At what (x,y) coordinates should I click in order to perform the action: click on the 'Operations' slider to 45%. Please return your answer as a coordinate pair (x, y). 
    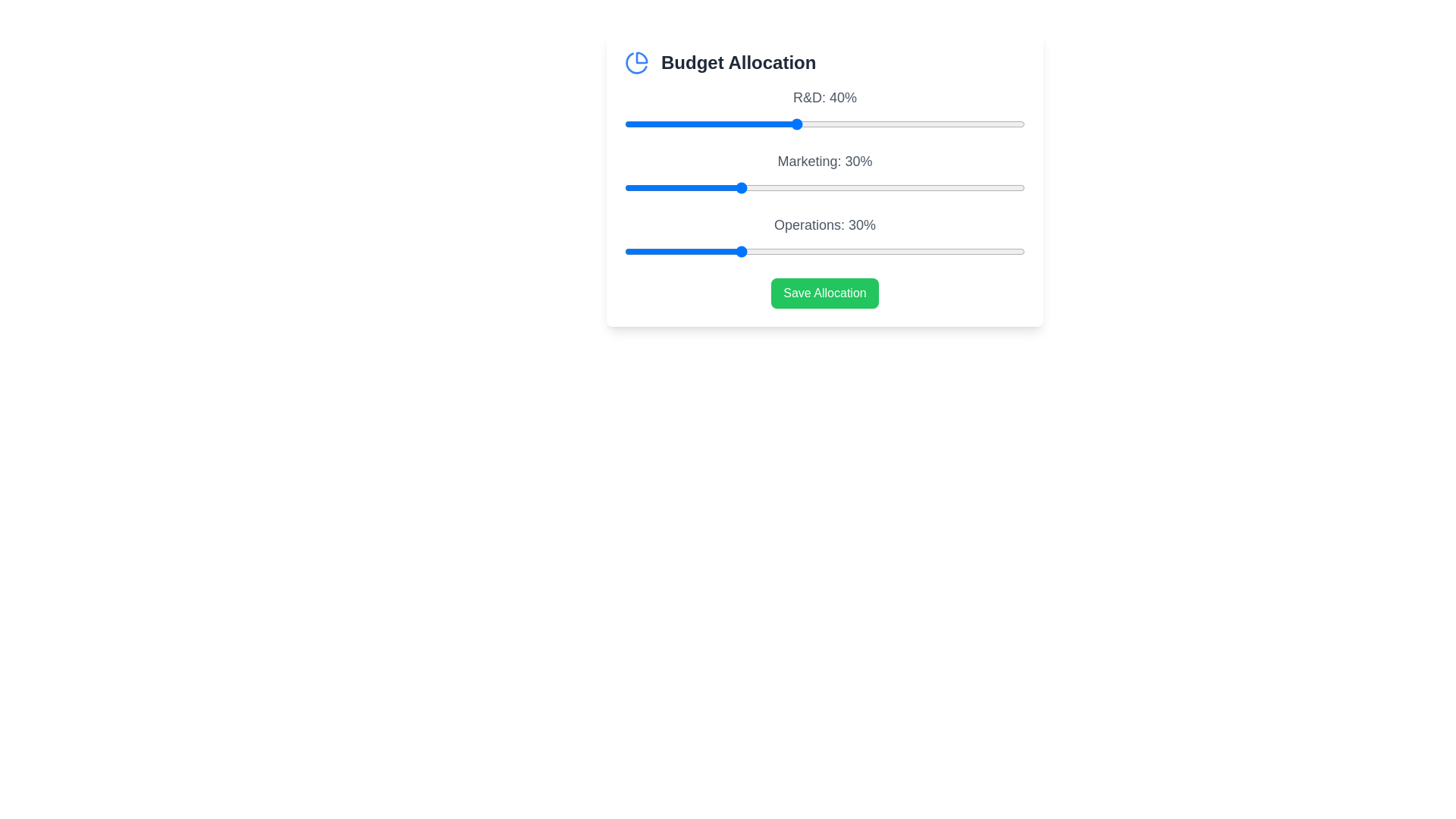
    Looking at the image, I should click on (824, 250).